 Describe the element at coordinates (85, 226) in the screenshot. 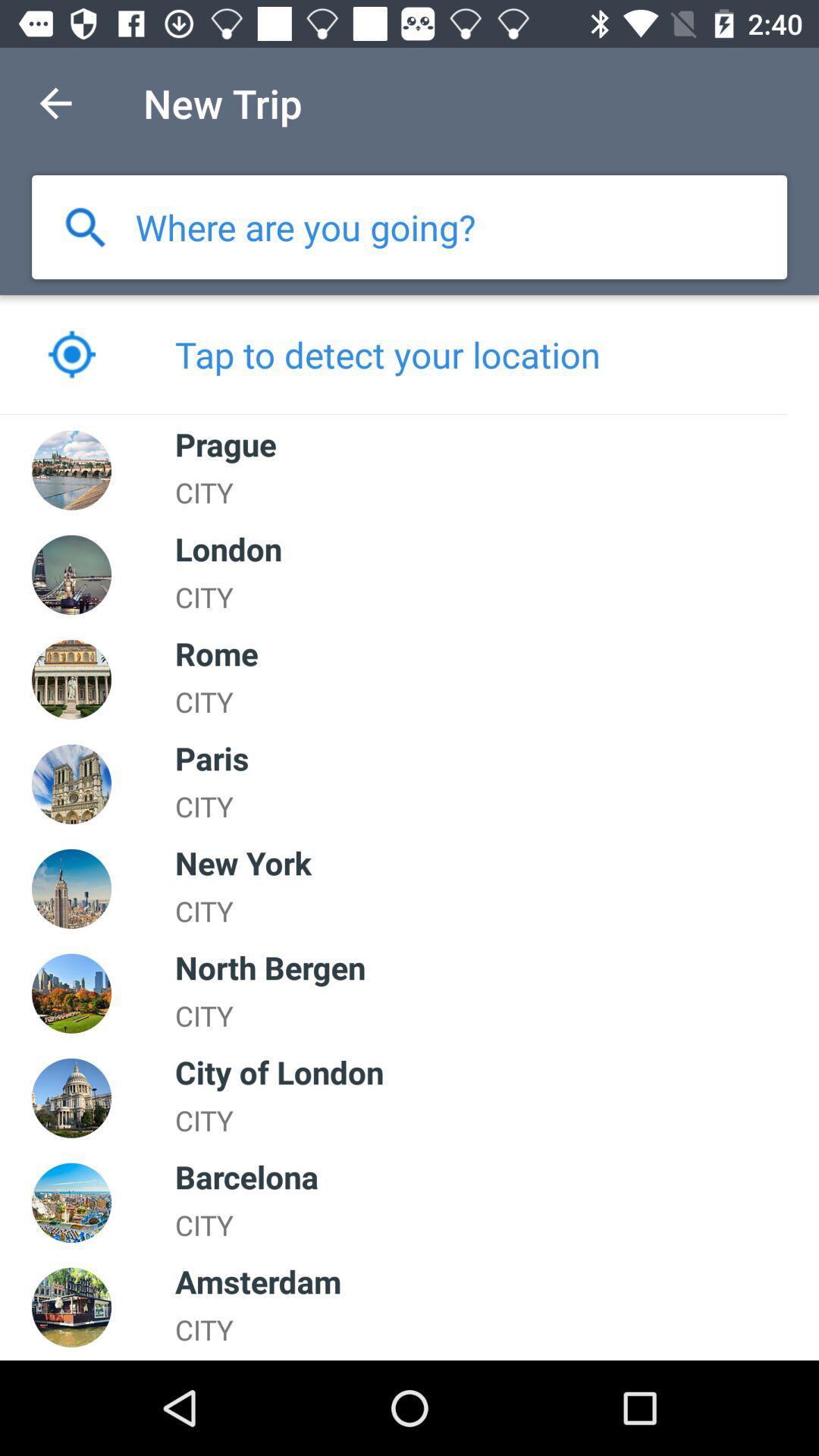

I see `search for city` at that location.